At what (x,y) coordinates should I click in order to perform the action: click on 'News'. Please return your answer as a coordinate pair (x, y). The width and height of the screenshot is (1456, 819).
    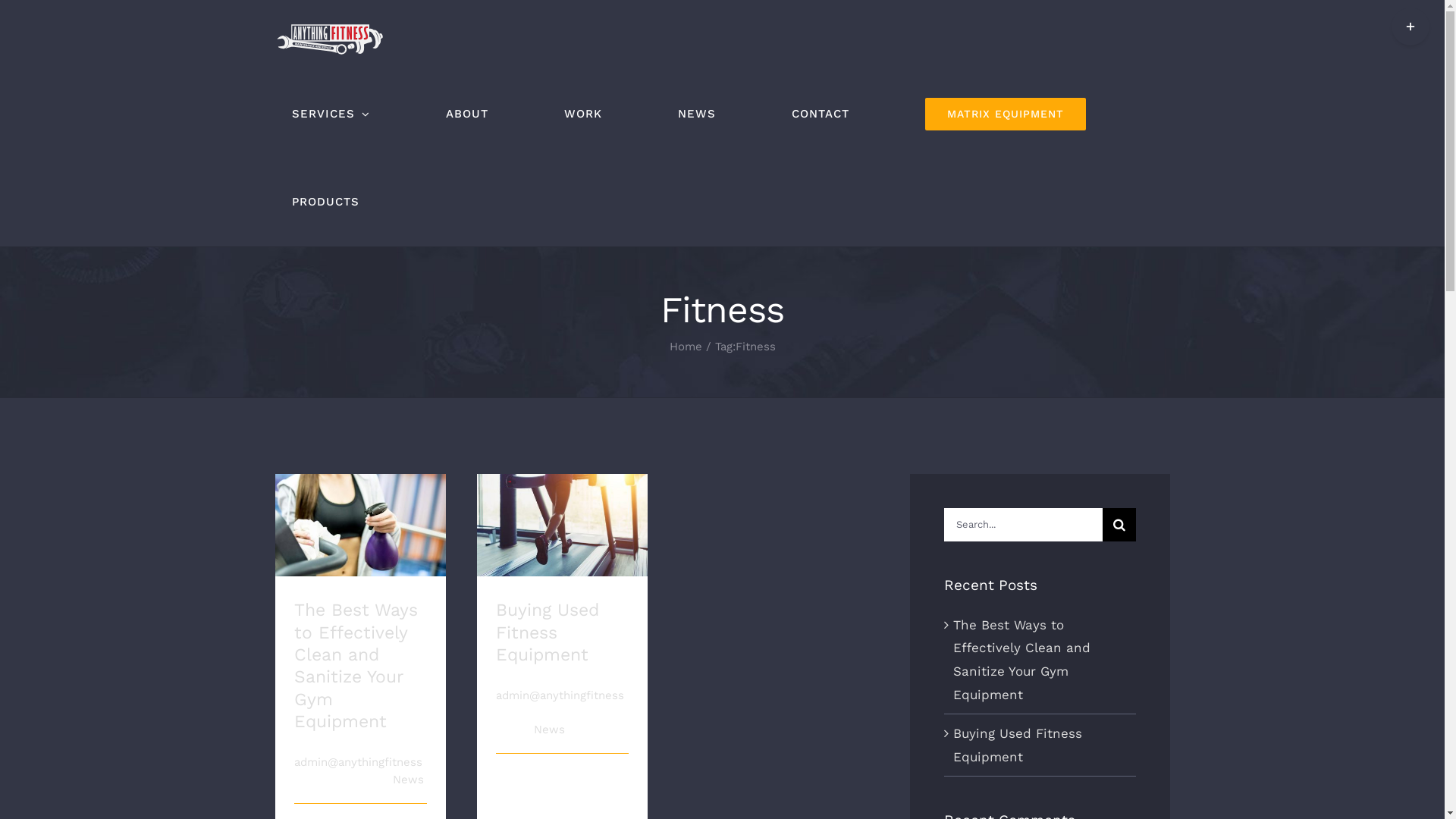
    Looking at the image, I should click on (393, 780).